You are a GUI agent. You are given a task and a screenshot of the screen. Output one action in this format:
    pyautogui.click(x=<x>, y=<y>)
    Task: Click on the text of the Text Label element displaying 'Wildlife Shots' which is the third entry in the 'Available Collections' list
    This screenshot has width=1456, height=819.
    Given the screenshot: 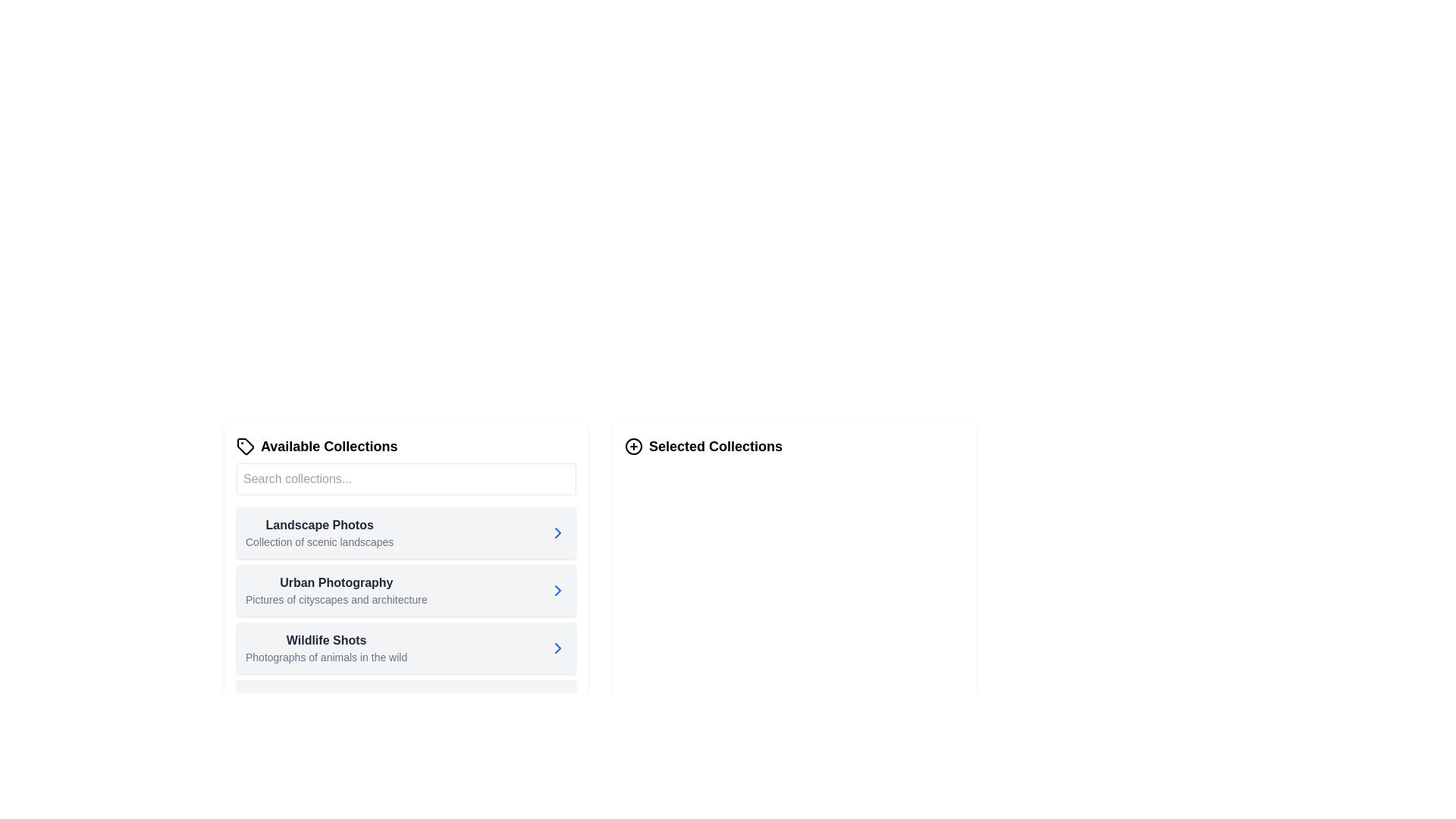 What is the action you would take?
    pyautogui.click(x=325, y=640)
    